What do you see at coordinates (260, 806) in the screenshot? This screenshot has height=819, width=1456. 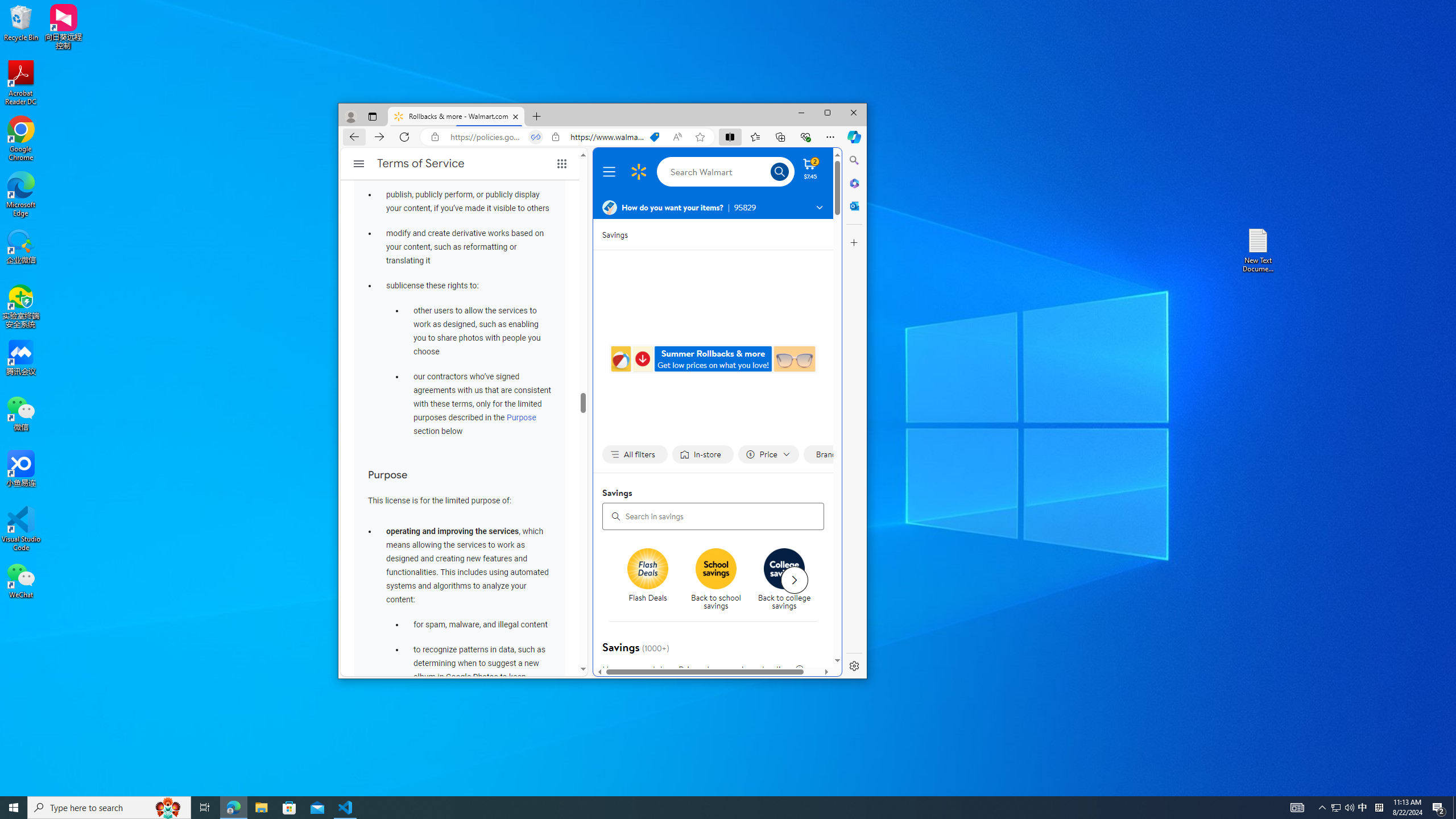 I see `'File Explorer'` at bounding box center [260, 806].